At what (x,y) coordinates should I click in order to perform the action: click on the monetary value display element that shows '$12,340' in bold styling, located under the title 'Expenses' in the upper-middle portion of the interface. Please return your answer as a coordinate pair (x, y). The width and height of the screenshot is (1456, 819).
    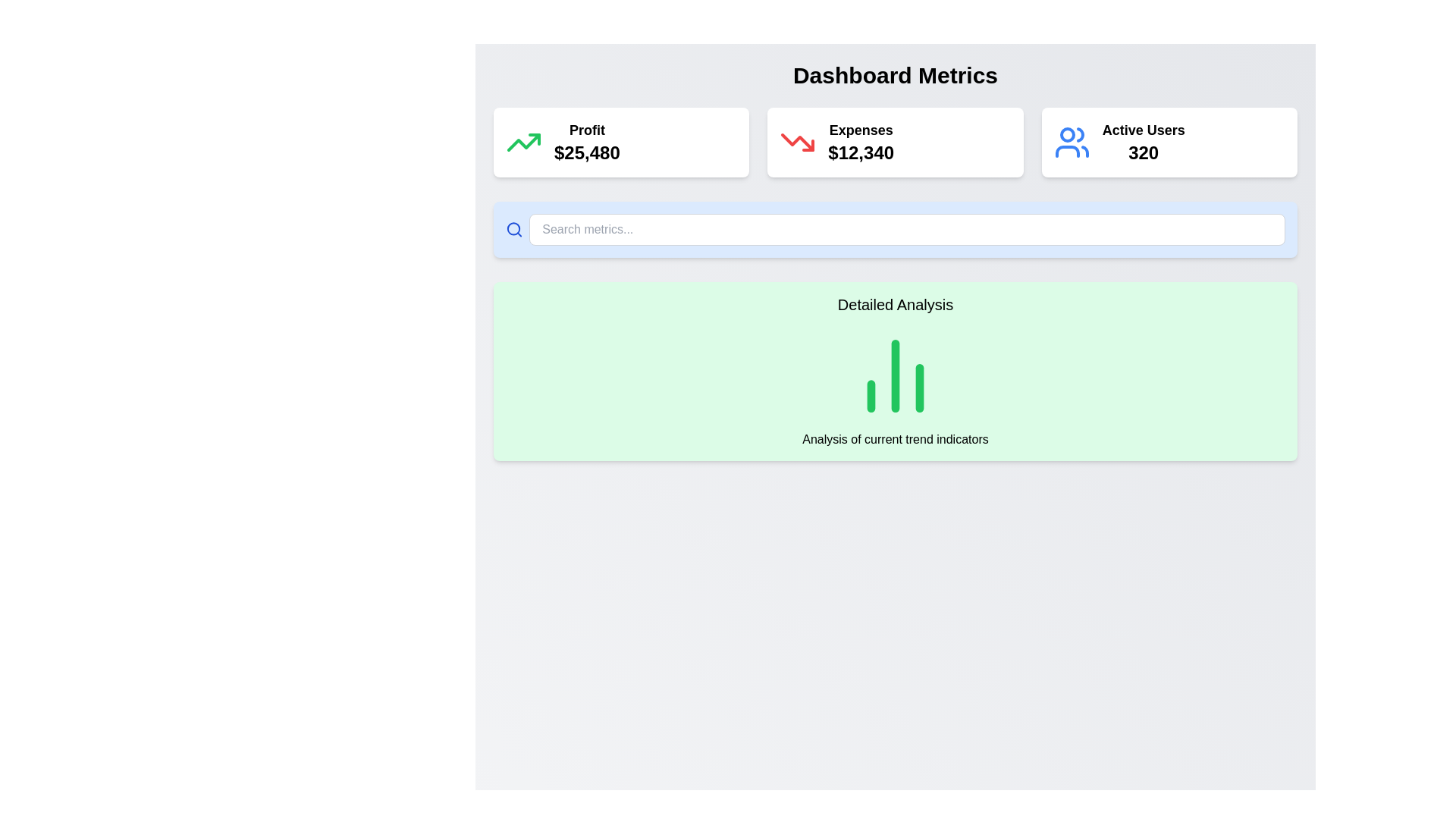
    Looking at the image, I should click on (861, 152).